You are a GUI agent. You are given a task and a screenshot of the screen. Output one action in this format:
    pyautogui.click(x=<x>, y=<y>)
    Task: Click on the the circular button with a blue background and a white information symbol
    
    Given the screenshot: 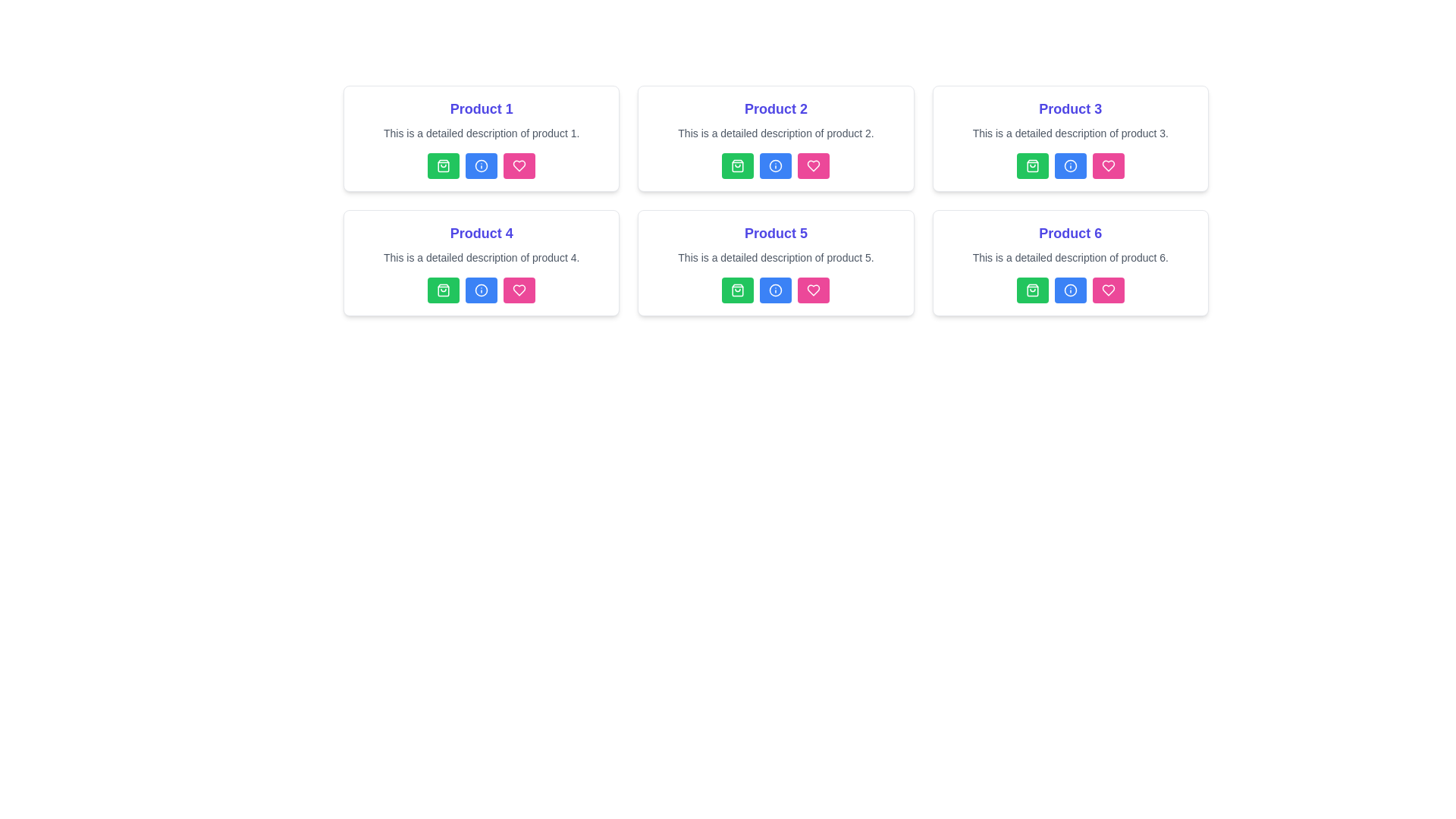 What is the action you would take?
    pyautogui.click(x=776, y=166)
    